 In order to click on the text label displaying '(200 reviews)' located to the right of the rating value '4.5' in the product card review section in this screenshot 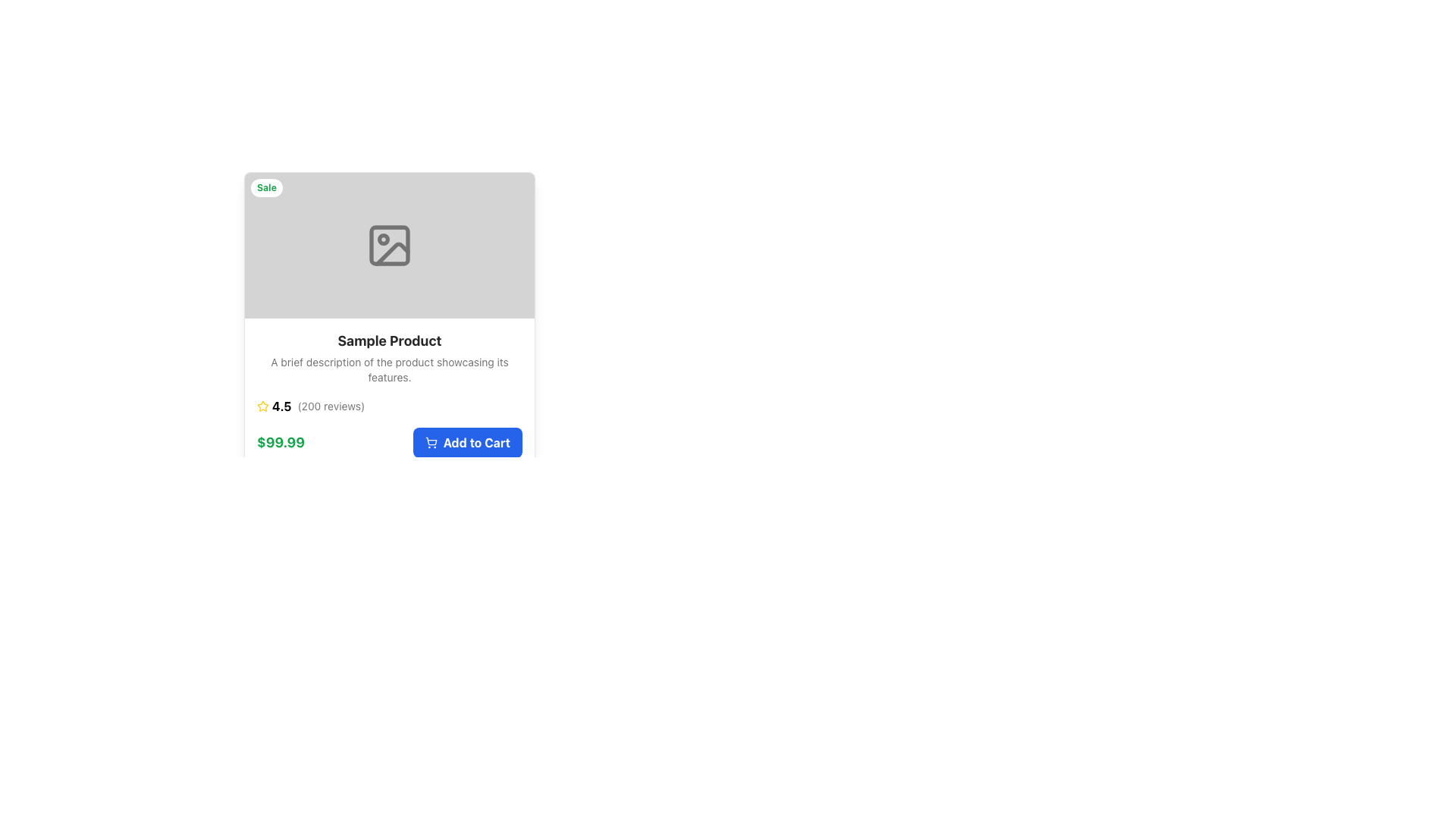, I will do `click(330, 406)`.